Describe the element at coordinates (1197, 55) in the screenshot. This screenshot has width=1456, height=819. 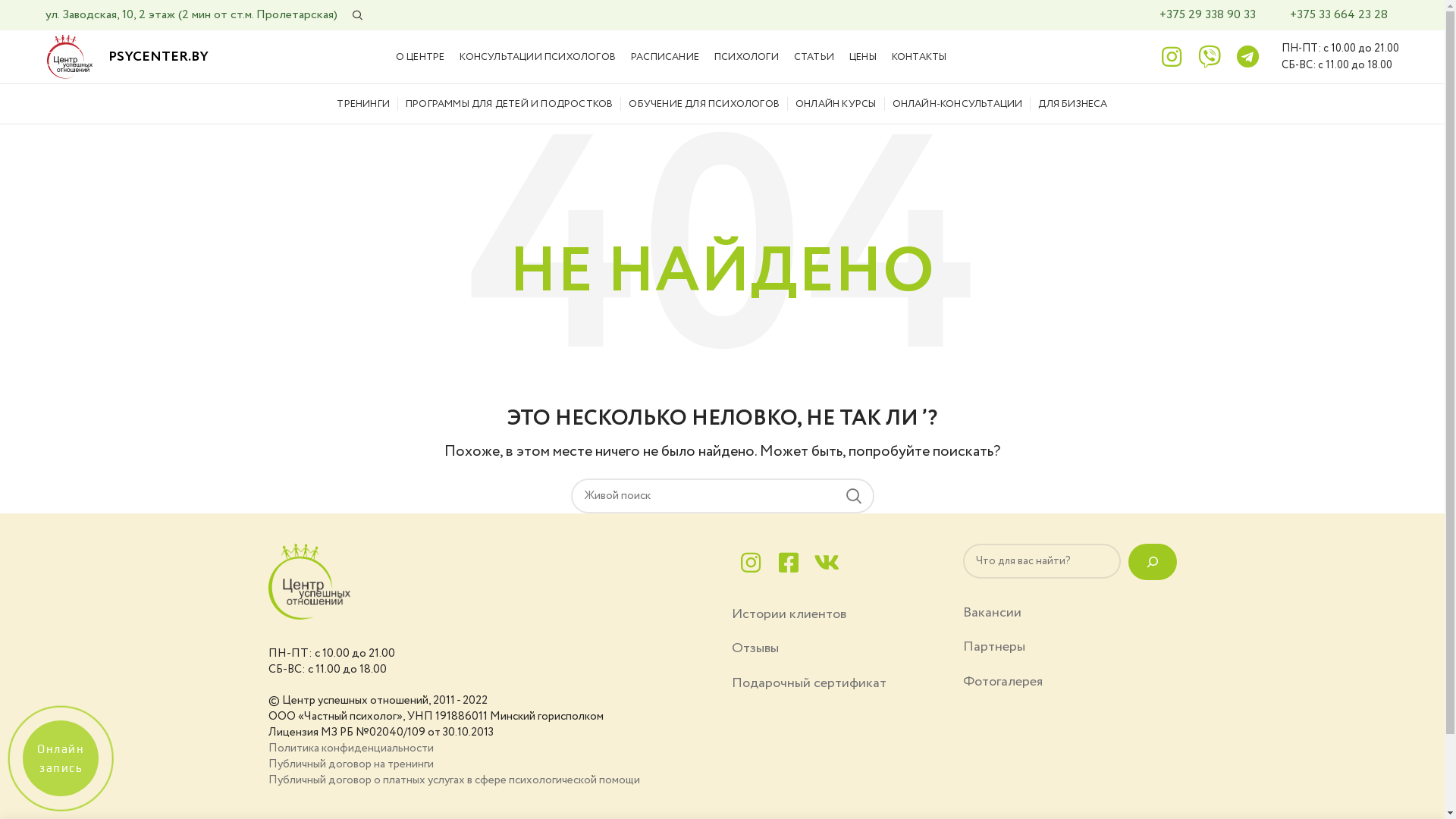
I see `'viber'` at that location.